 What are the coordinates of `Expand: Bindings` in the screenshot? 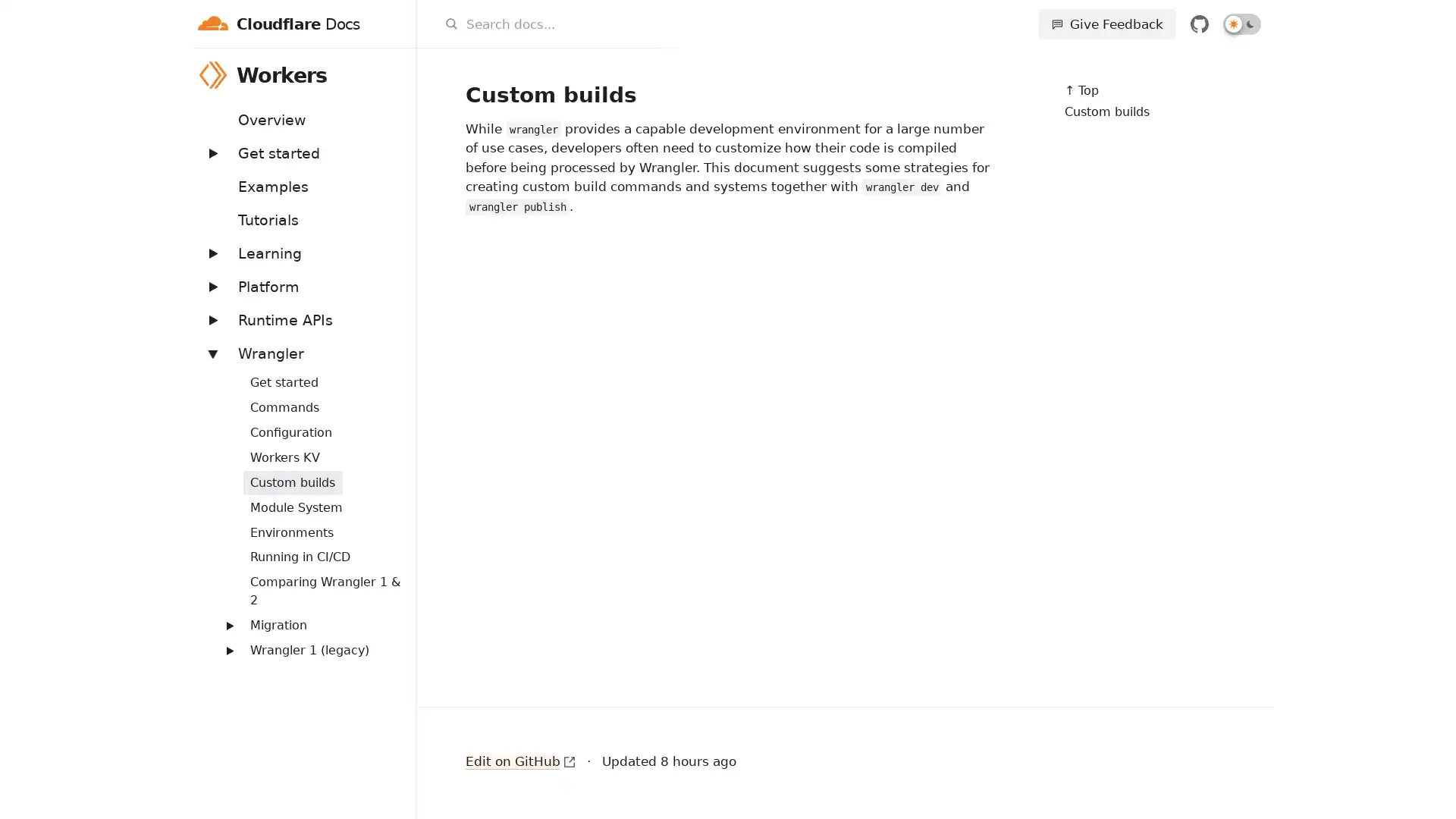 It's located at (221, 339).